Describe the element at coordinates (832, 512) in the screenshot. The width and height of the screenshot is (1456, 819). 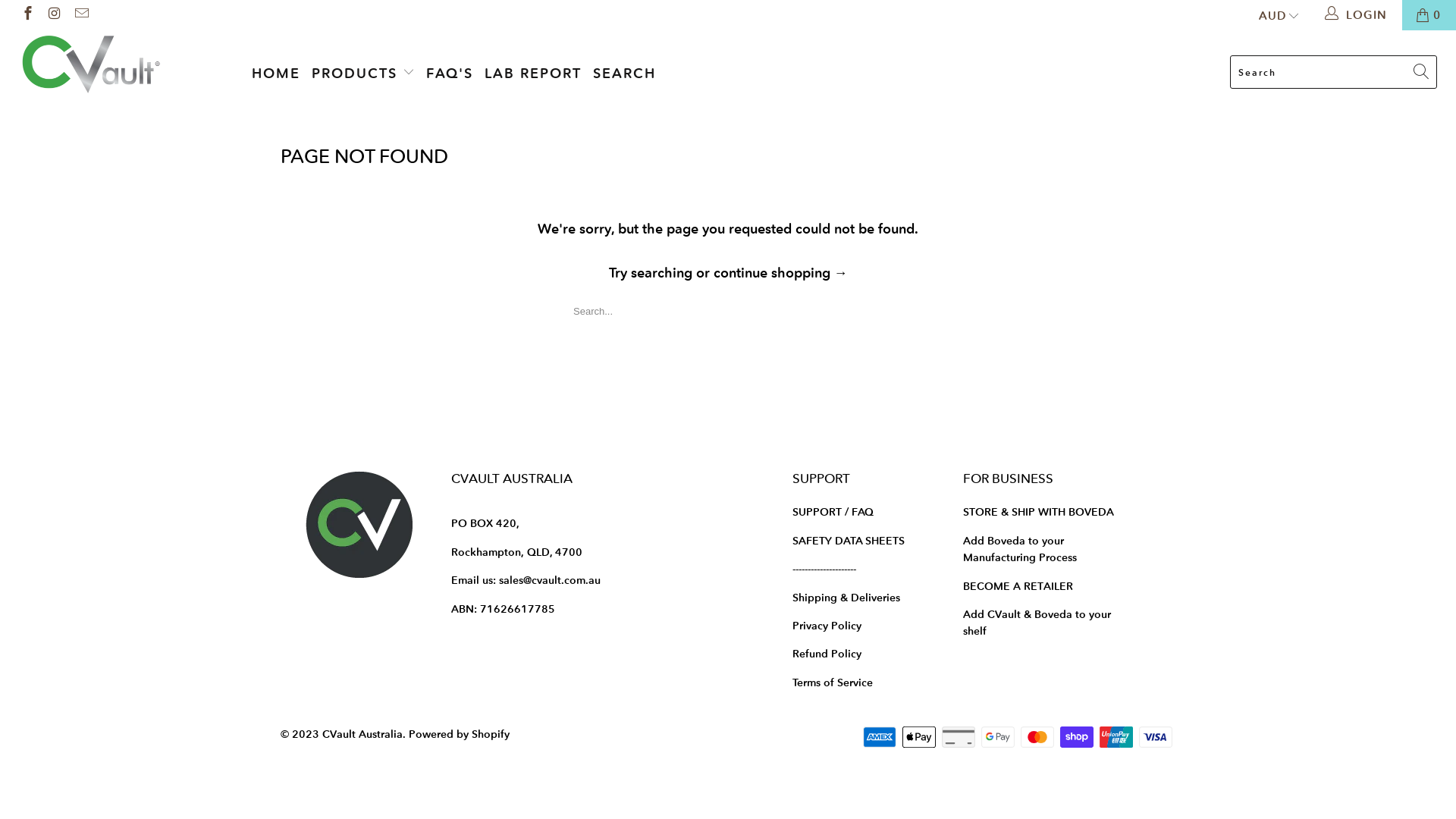
I see `'SUPPORT / FAQ'` at that location.